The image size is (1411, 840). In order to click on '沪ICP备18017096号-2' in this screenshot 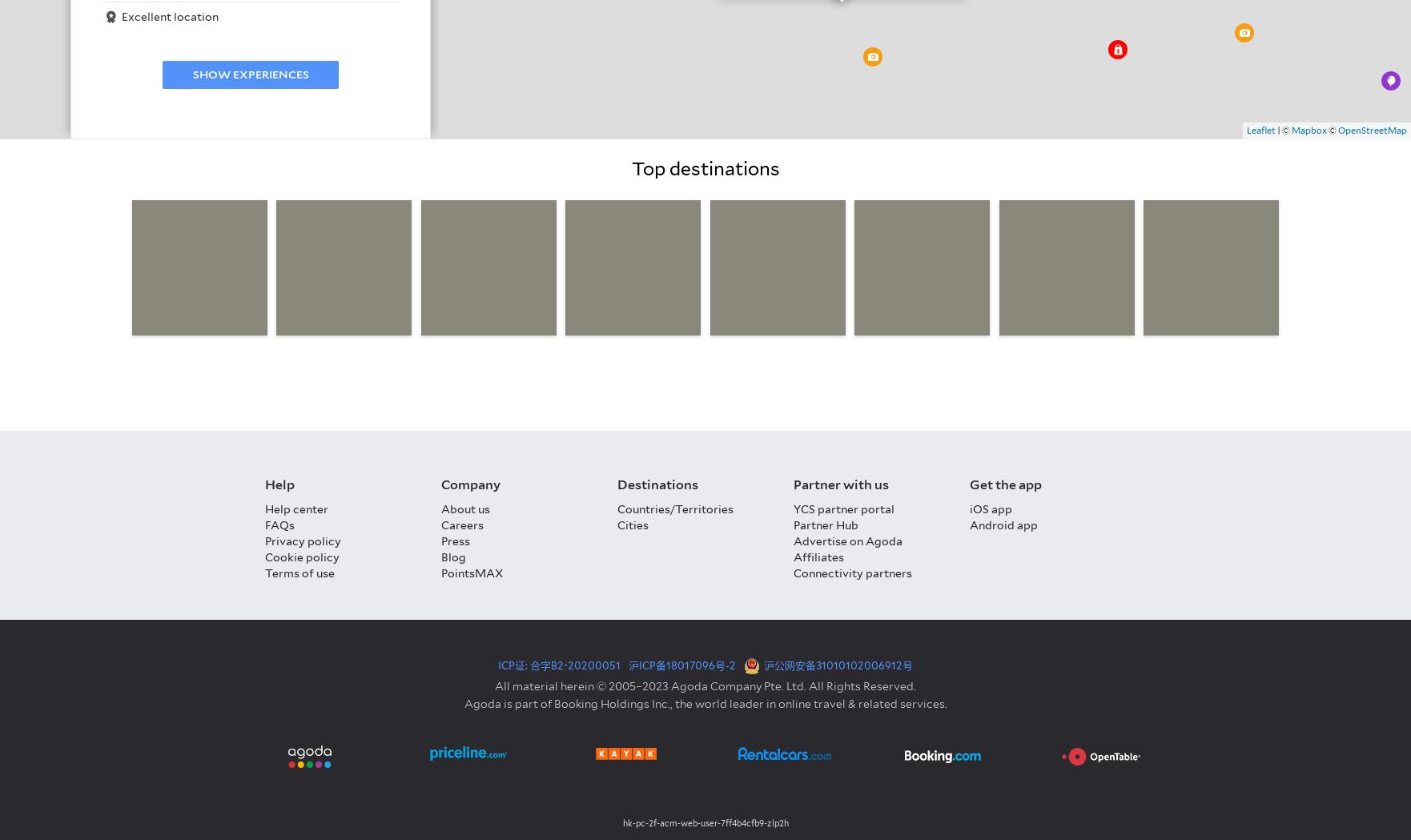, I will do `click(681, 664)`.